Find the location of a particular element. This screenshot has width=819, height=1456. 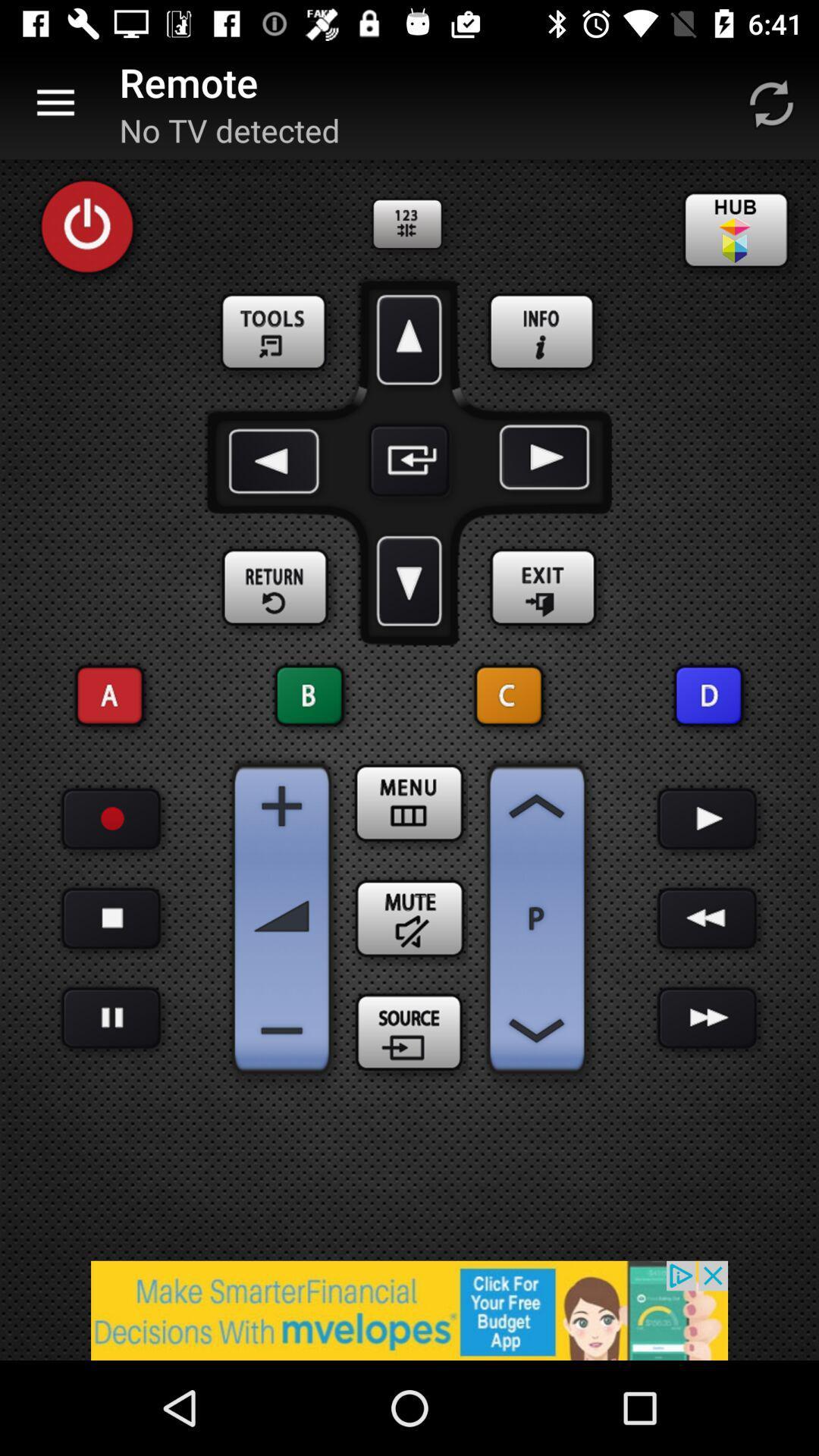

next is located at coordinates (708, 818).